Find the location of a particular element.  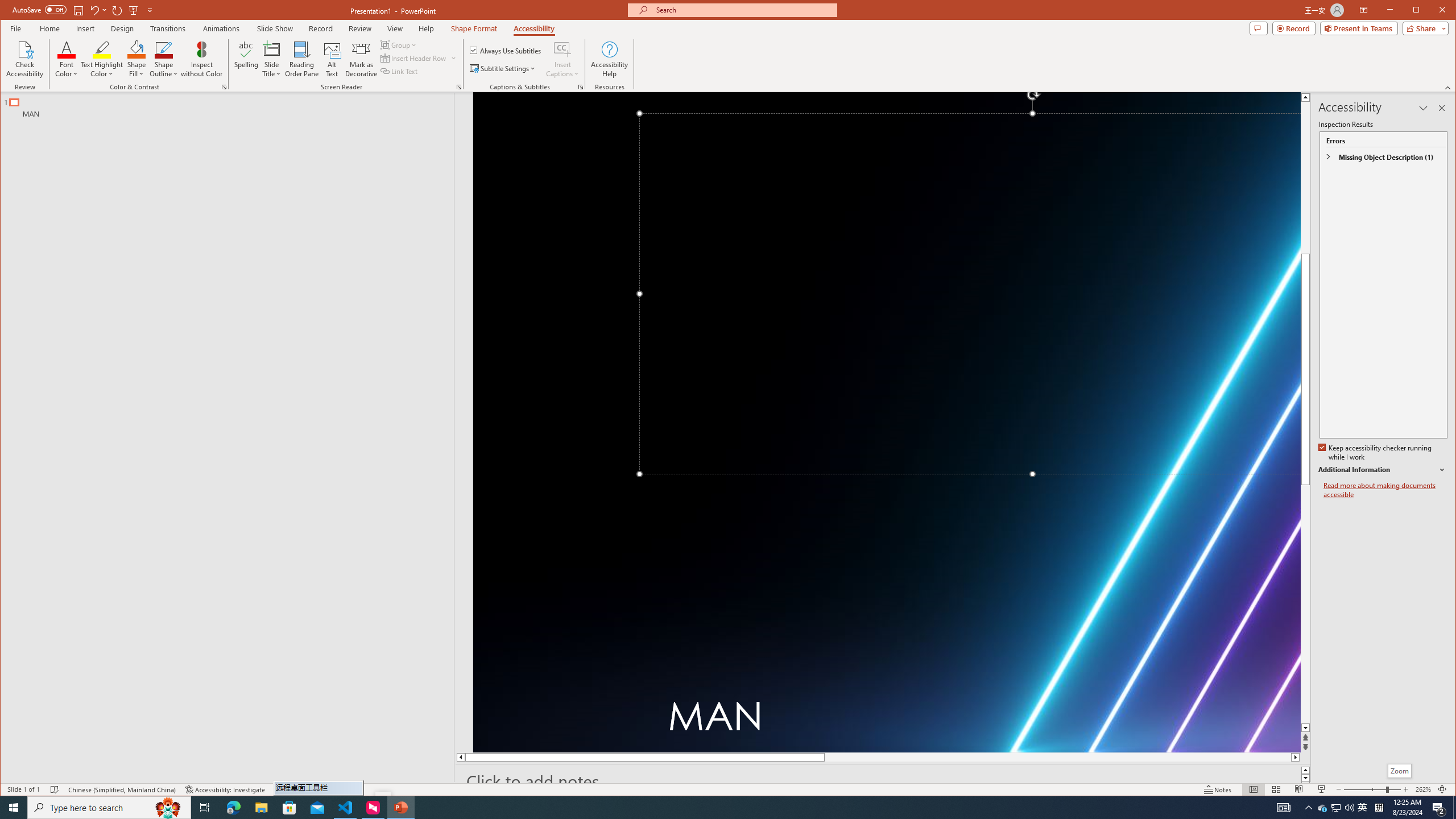

'Spelling...' is located at coordinates (246, 59).